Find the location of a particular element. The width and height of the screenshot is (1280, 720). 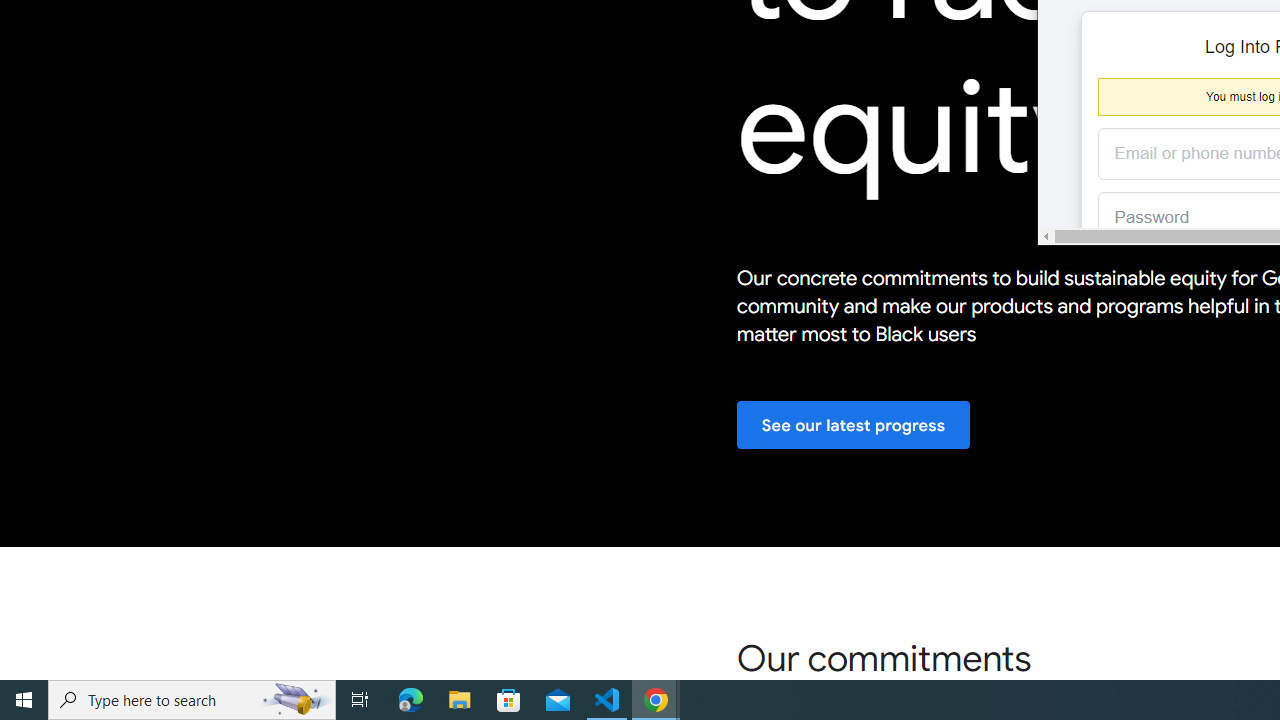

'Task View' is located at coordinates (359, 698).